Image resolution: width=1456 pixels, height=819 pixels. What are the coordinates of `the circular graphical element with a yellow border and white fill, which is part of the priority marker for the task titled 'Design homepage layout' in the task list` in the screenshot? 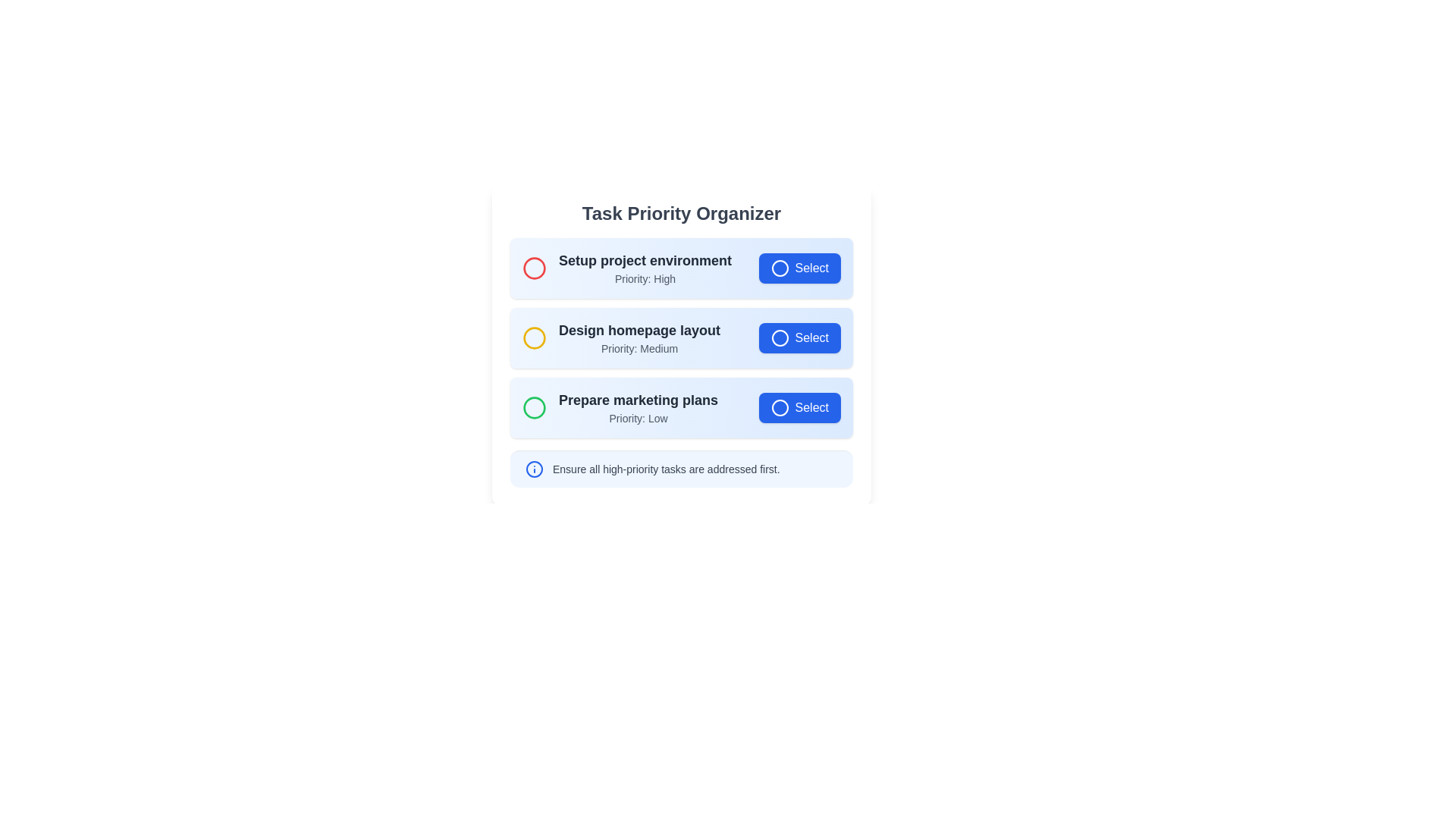 It's located at (535, 337).